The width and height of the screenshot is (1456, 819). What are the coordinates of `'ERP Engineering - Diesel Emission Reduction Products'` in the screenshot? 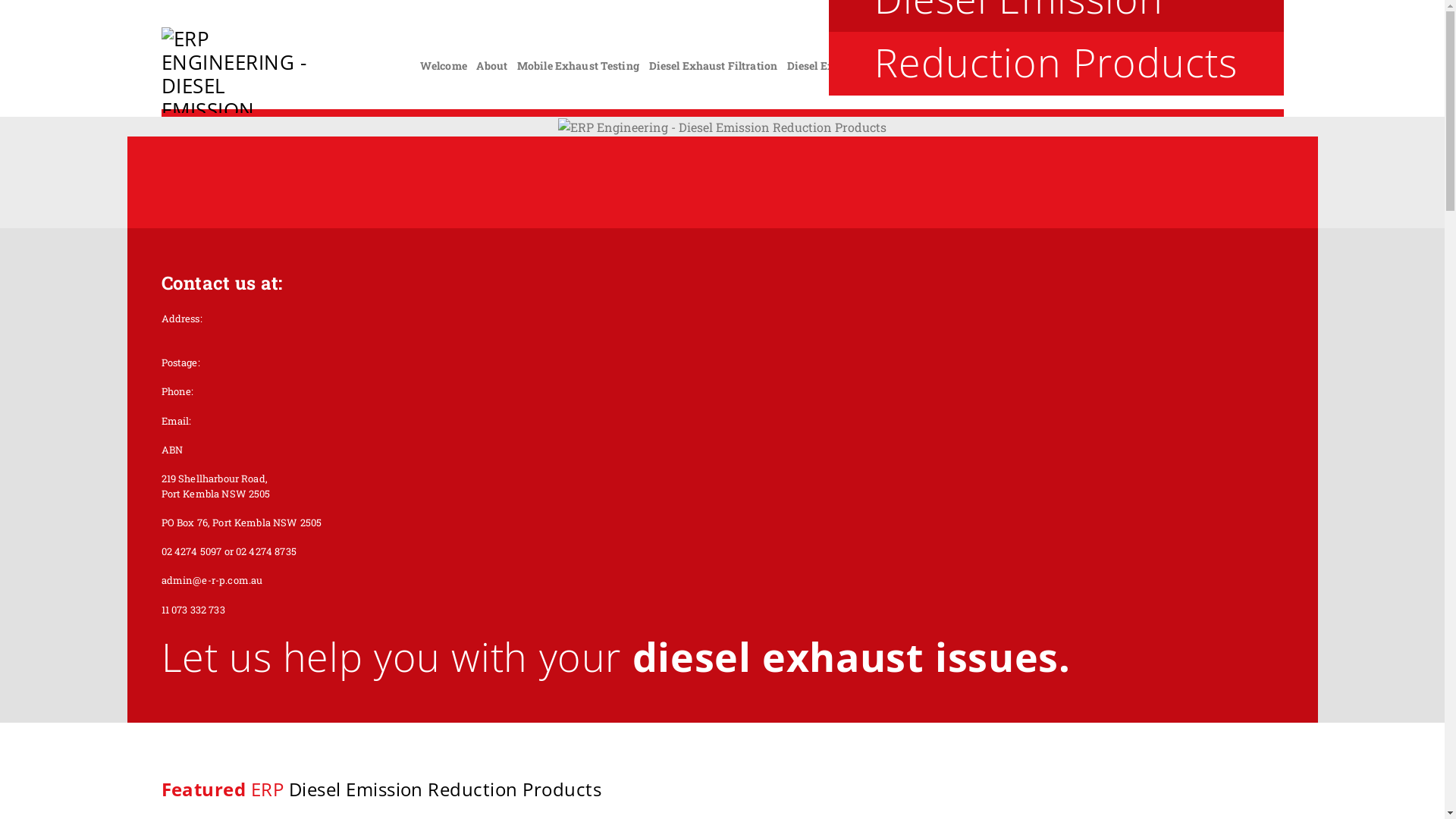 It's located at (237, 70).